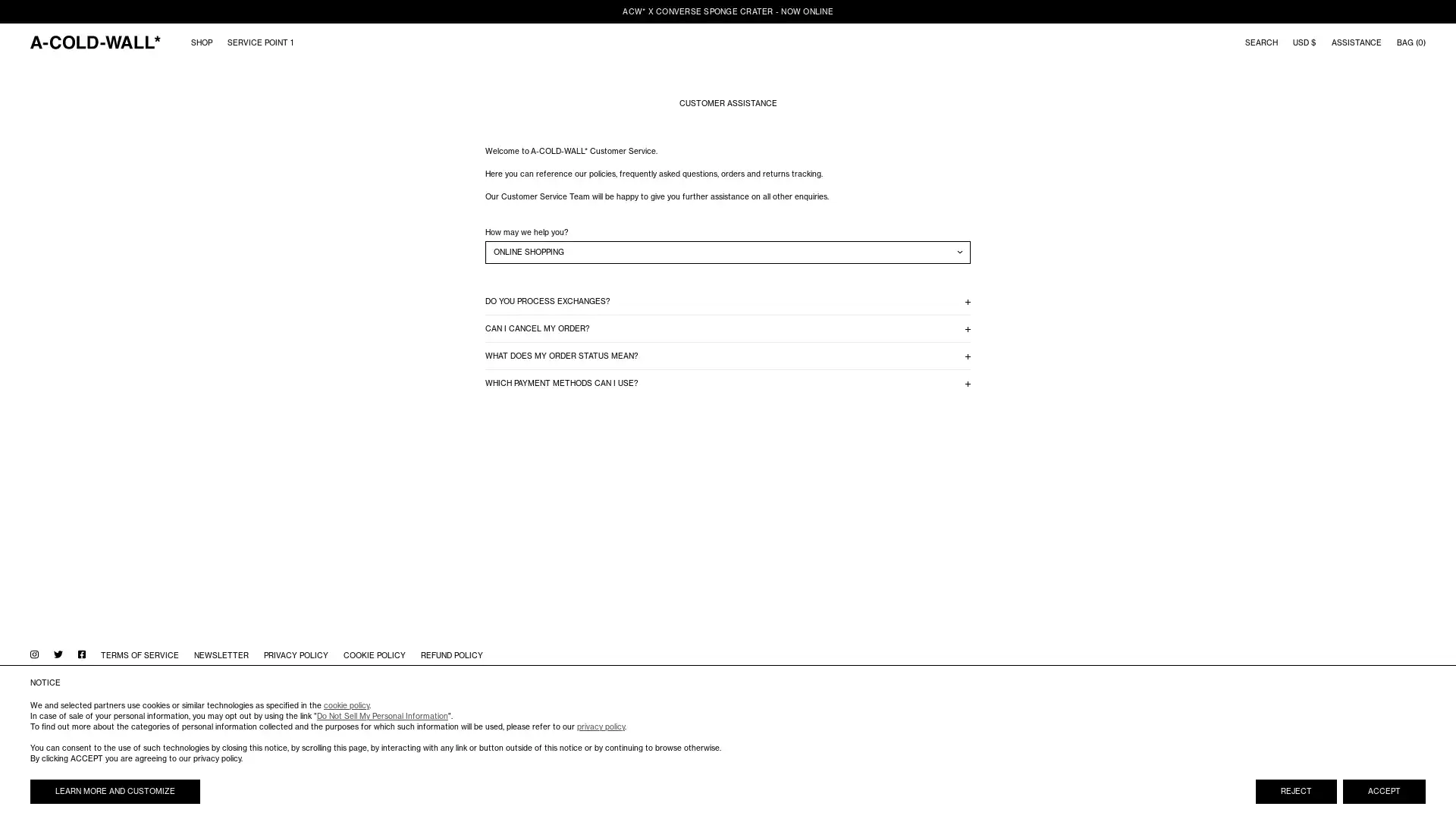 Image resolution: width=1456 pixels, height=819 pixels. Describe the element at coordinates (728, 328) in the screenshot. I see `CAN I CANCEL MY ORDER?` at that location.